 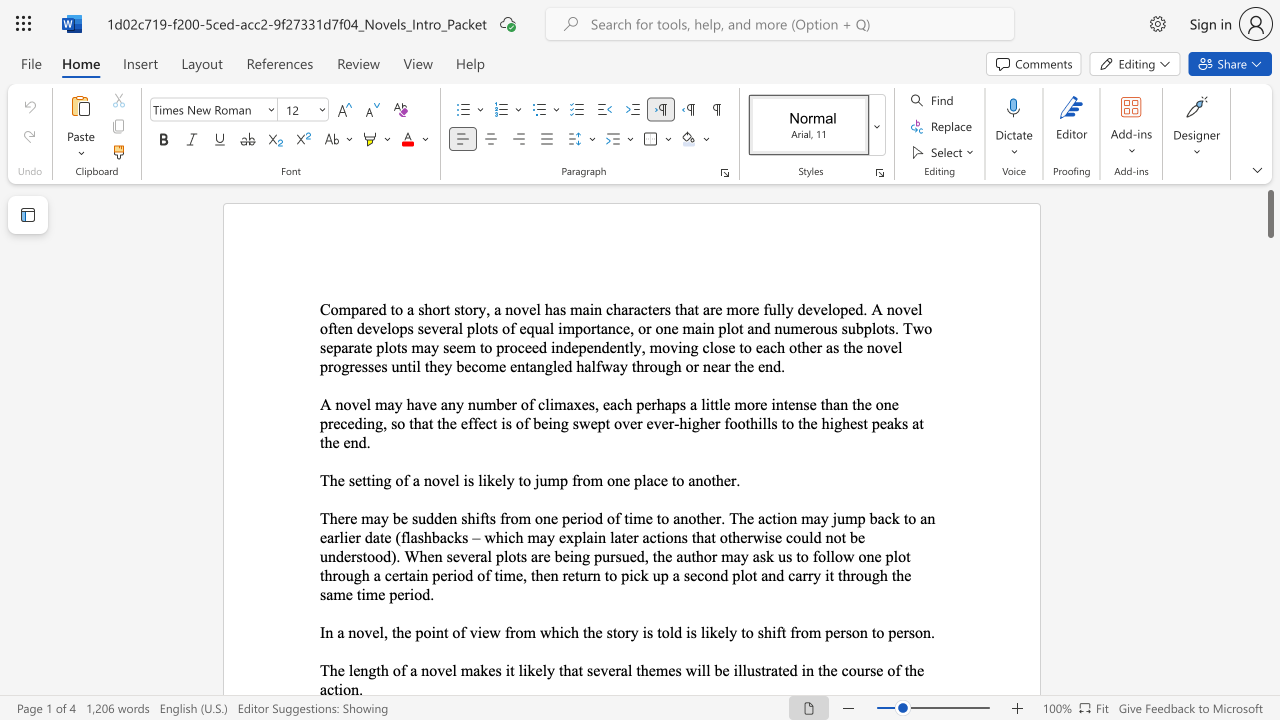 What do you see at coordinates (1269, 360) in the screenshot?
I see `the scrollbar to move the page downward` at bounding box center [1269, 360].